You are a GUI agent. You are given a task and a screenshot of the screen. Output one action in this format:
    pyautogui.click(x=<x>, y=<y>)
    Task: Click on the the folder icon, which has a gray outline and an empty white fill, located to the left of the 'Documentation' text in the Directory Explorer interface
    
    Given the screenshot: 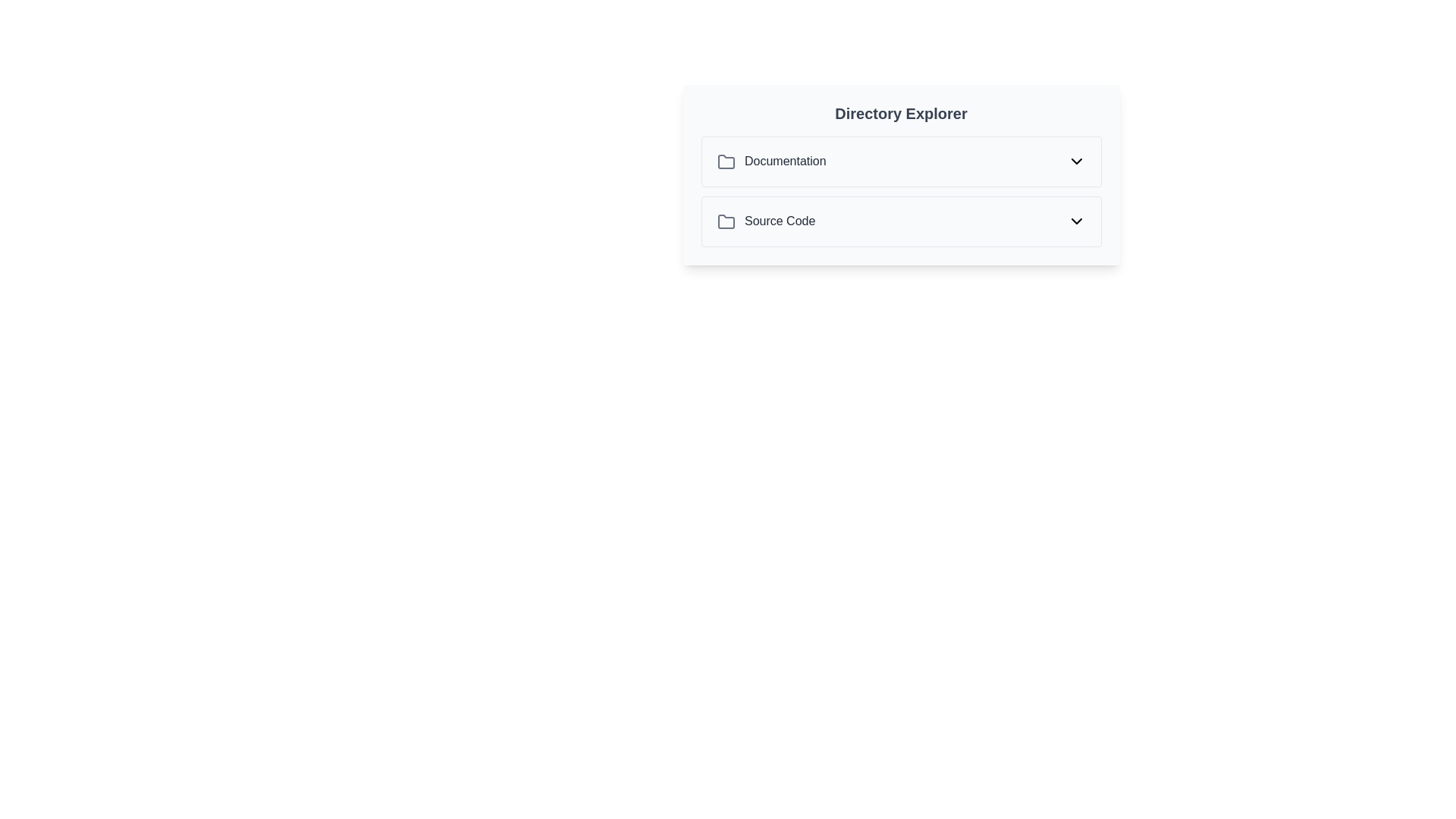 What is the action you would take?
    pyautogui.click(x=725, y=162)
    